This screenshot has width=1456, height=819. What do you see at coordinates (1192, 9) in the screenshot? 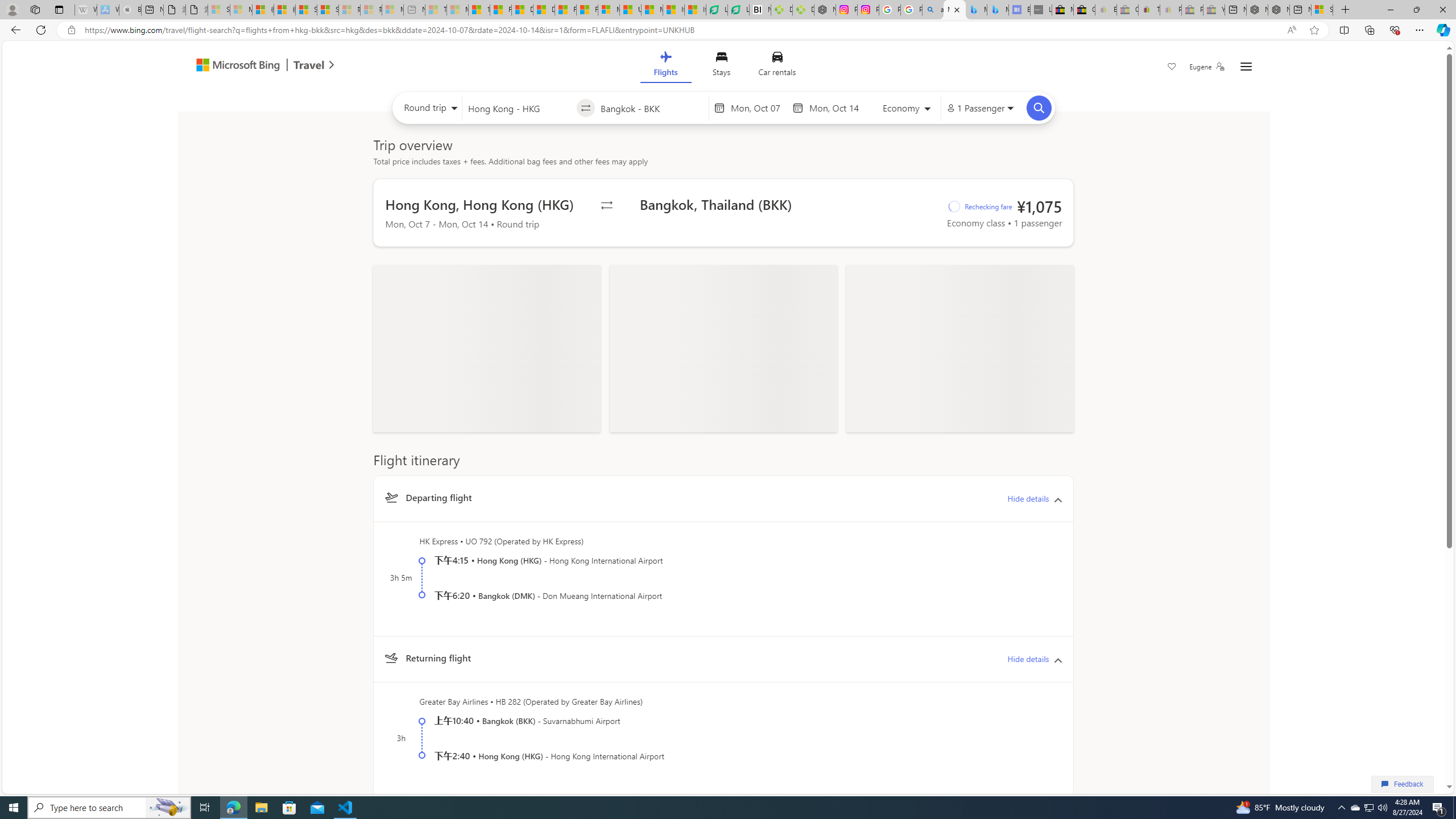
I see `'Press Room - eBay Inc. - Sleeping'` at bounding box center [1192, 9].